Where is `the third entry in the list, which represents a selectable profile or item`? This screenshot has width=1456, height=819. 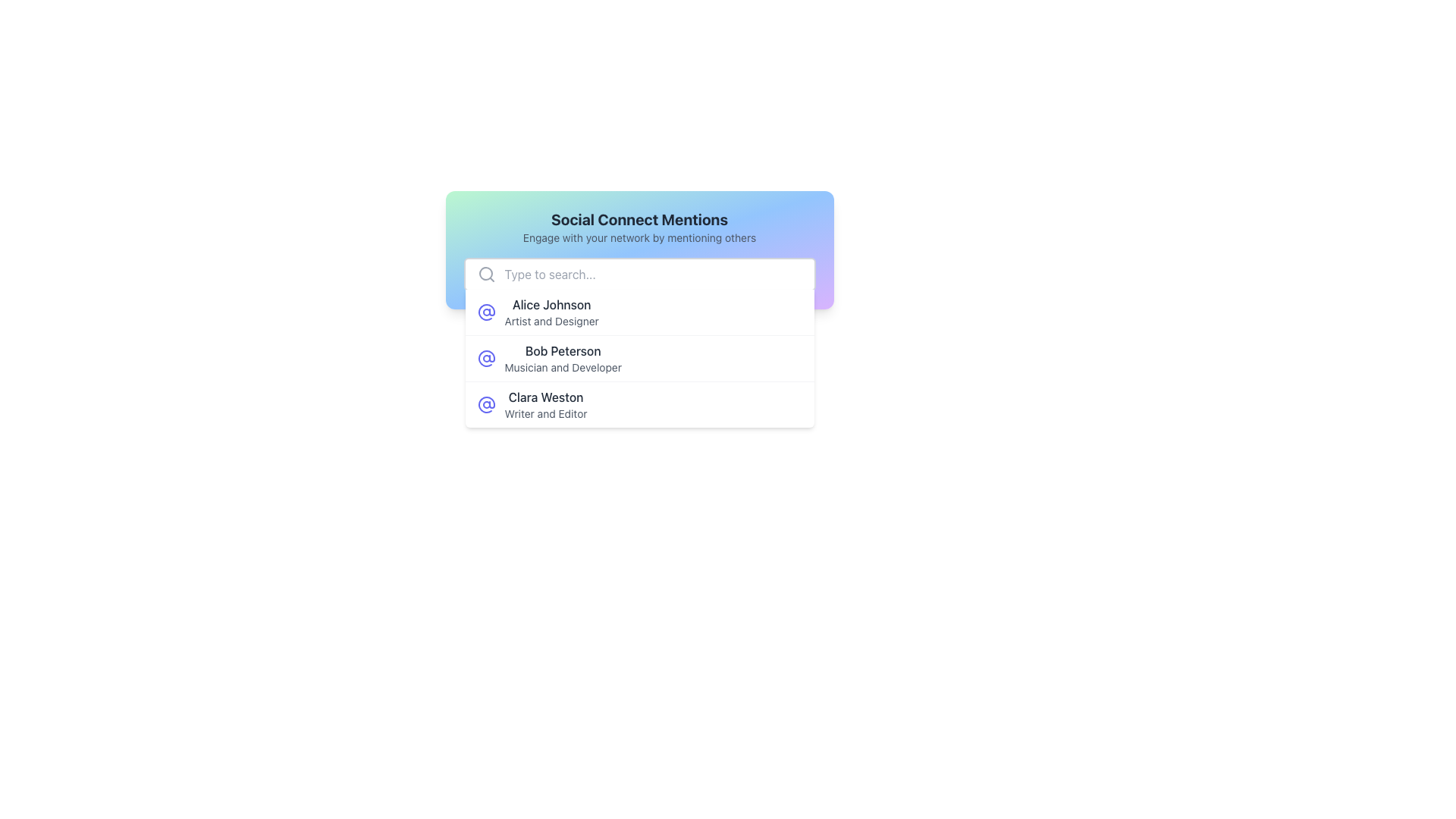 the third entry in the list, which represents a selectable profile or item is located at coordinates (639, 403).